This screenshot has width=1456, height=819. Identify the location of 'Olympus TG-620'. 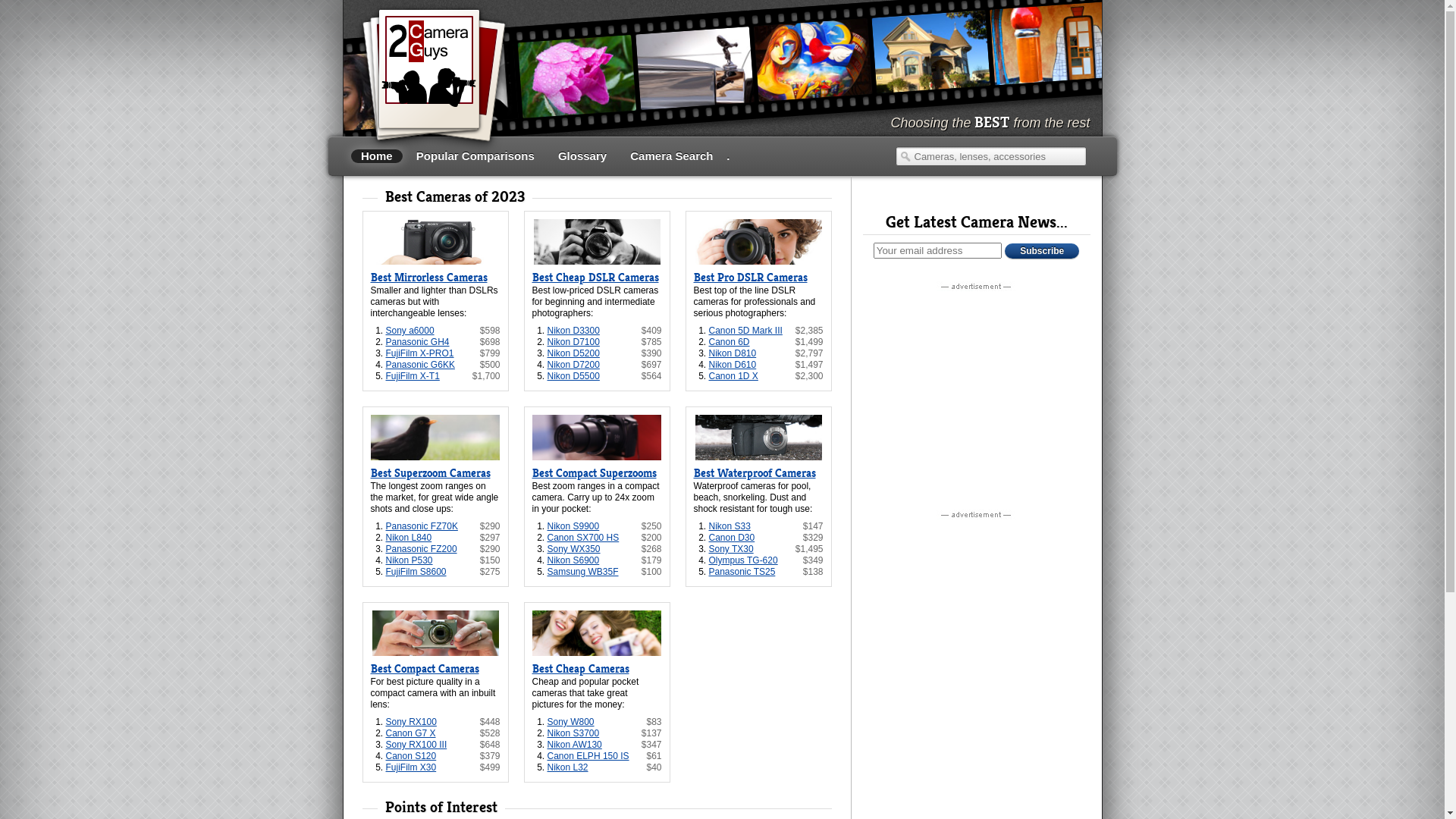
(742, 560).